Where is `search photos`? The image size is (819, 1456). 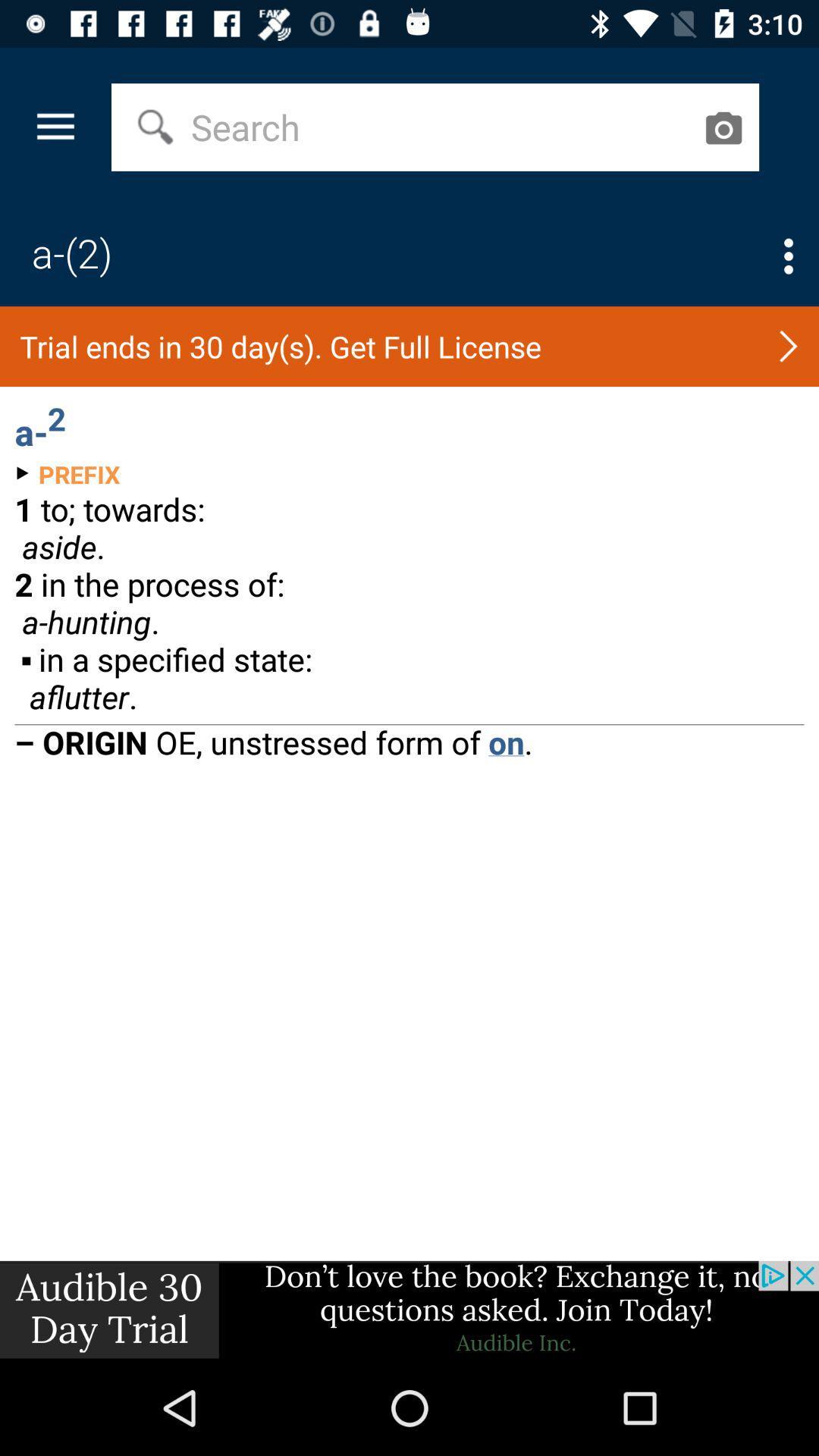 search photos is located at coordinates (722, 127).